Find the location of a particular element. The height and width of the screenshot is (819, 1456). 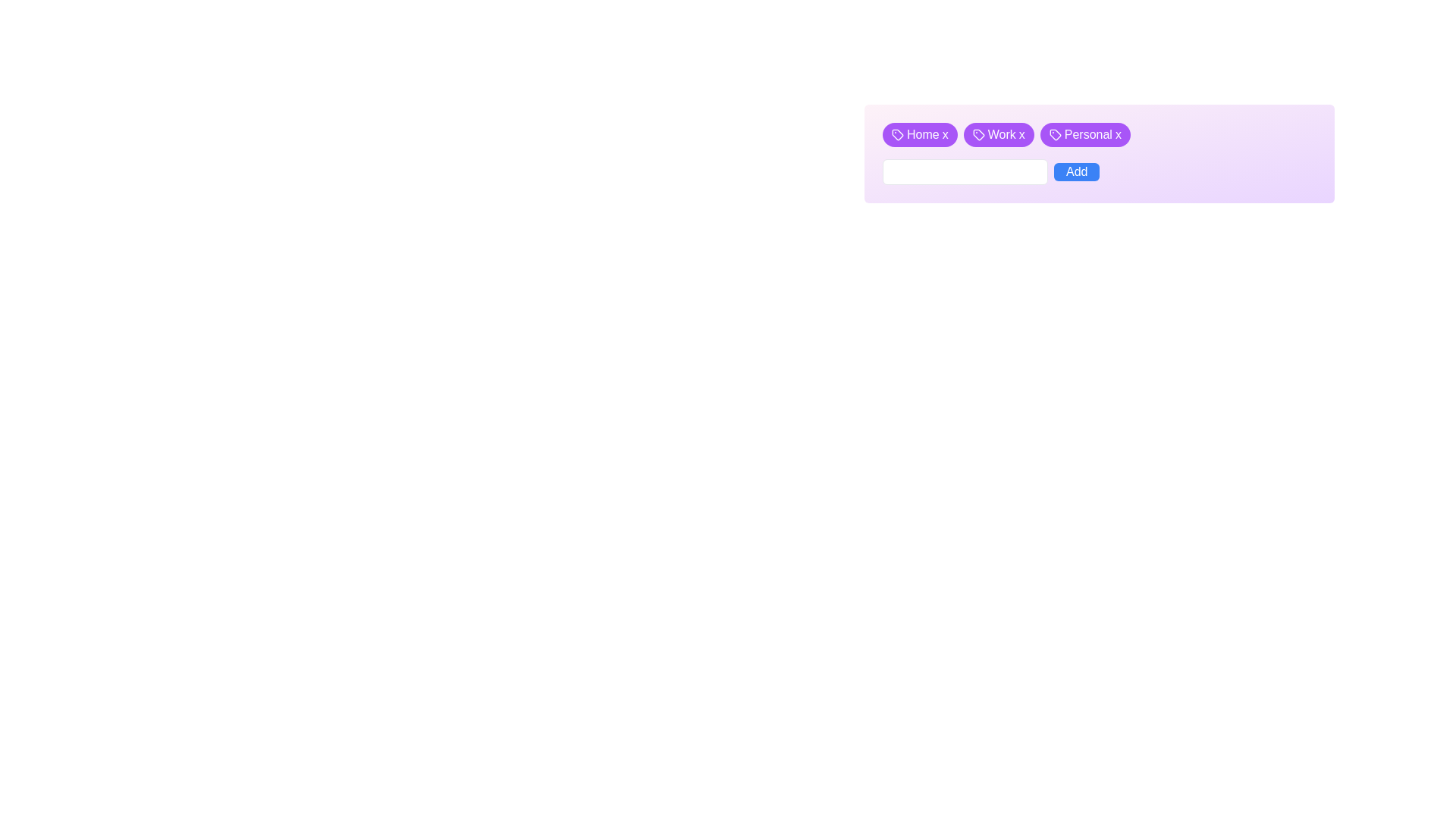

a tag within the horizontal list of tags that has a purple background and white text, indicating it is removable is located at coordinates (1099, 133).